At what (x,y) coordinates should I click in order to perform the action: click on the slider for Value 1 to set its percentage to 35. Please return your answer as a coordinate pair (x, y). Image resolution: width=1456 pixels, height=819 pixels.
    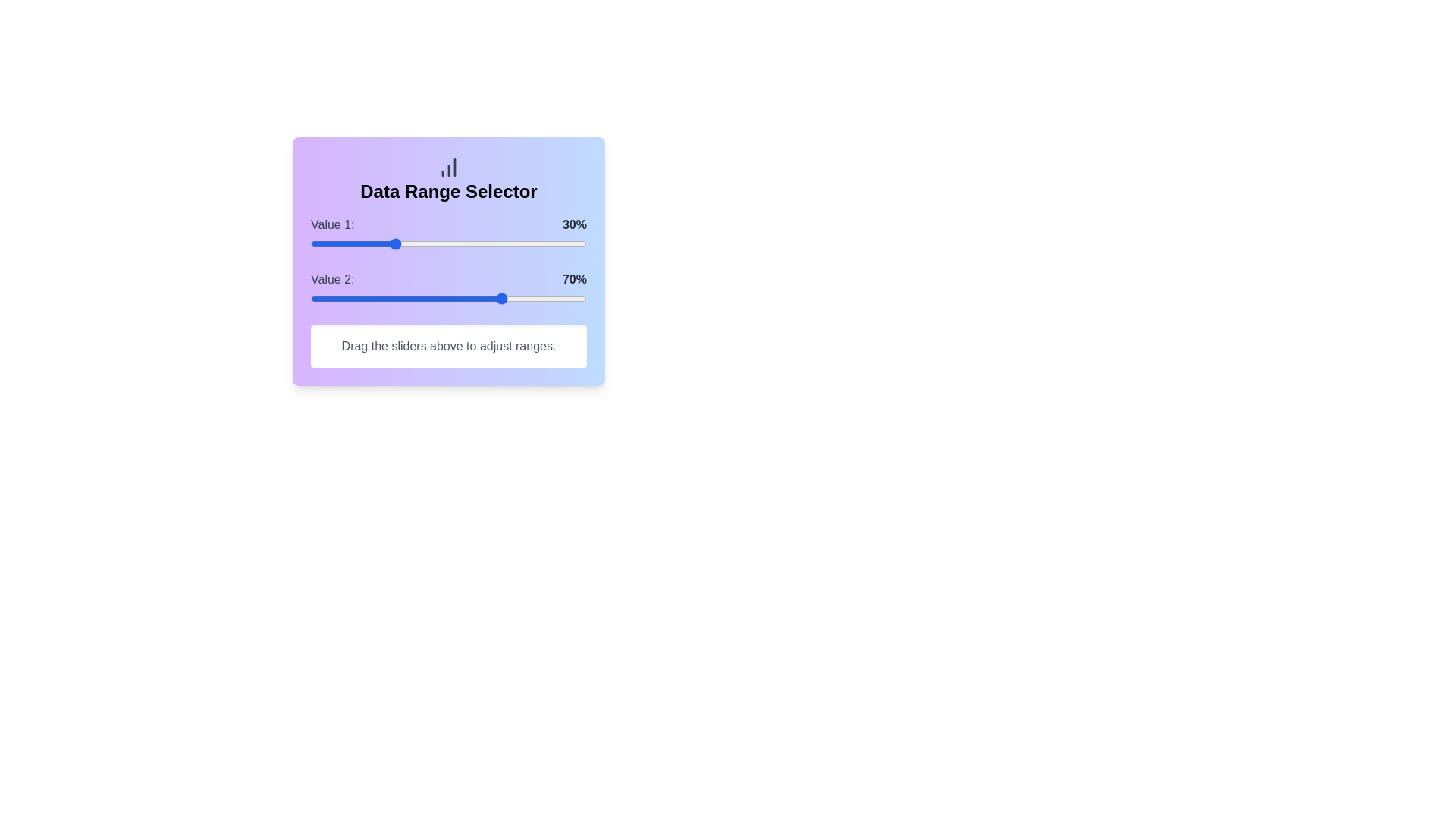
    Looking at the image, I should click on (407, 243).